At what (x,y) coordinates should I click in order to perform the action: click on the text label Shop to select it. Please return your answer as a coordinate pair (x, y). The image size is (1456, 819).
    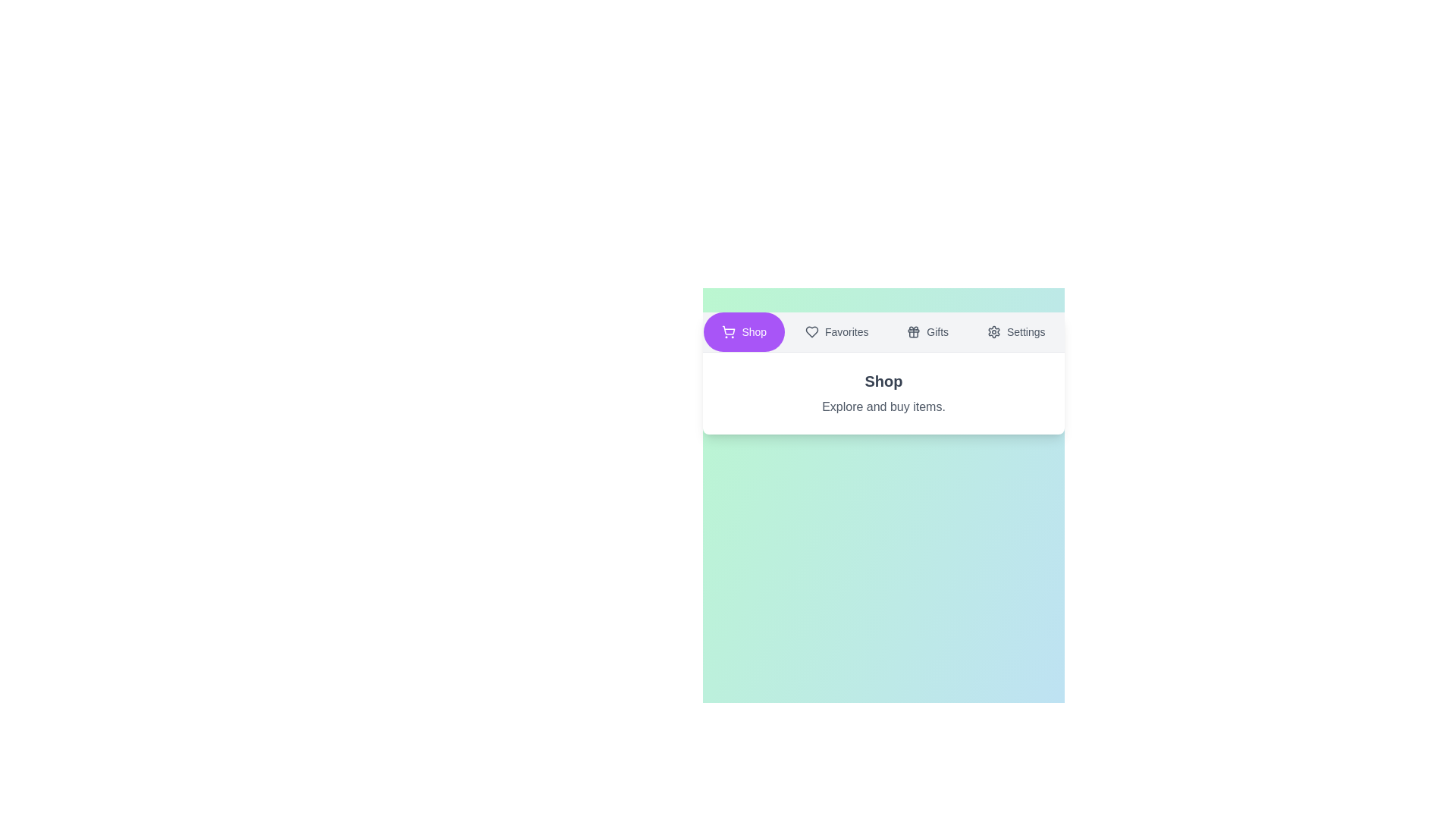
    Looking at the image, I should click on (744, 331).